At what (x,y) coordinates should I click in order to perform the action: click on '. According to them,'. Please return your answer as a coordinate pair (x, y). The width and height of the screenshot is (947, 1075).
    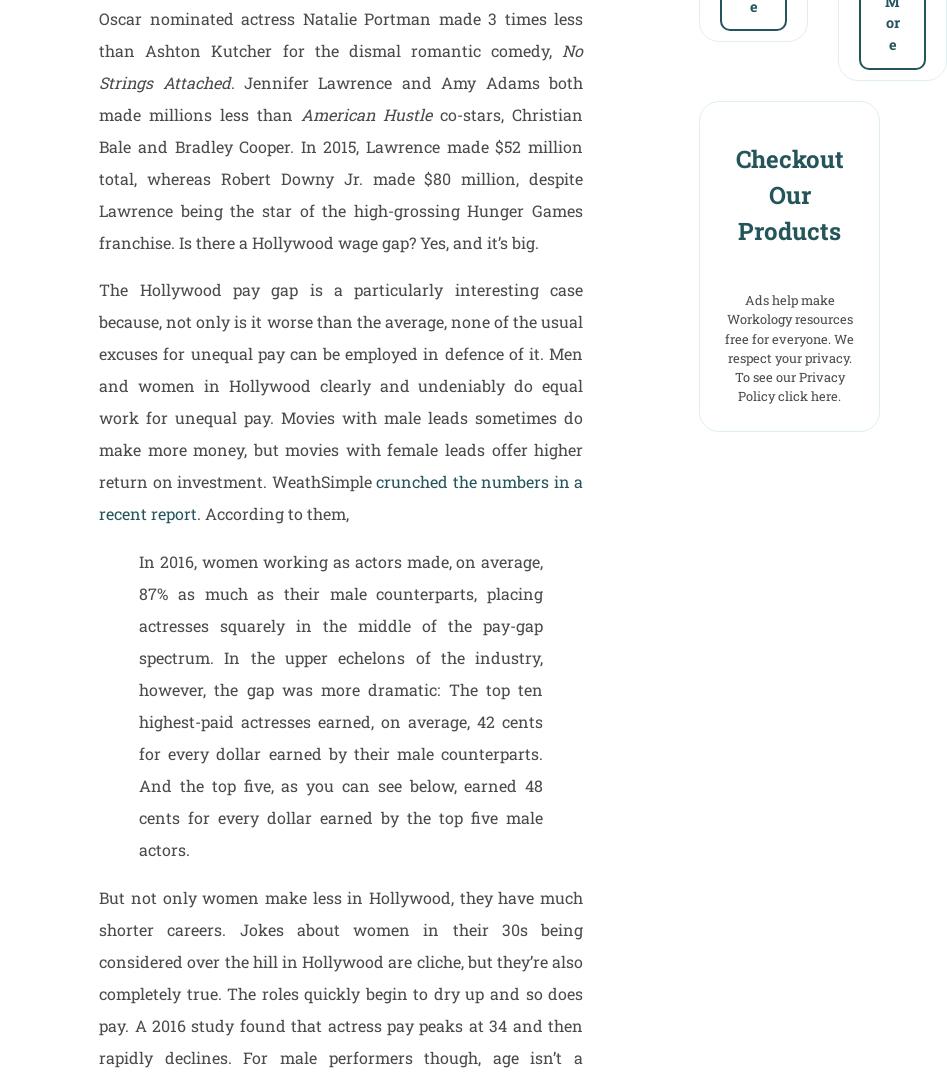
    Looking at the image, I should click on (196, 511).